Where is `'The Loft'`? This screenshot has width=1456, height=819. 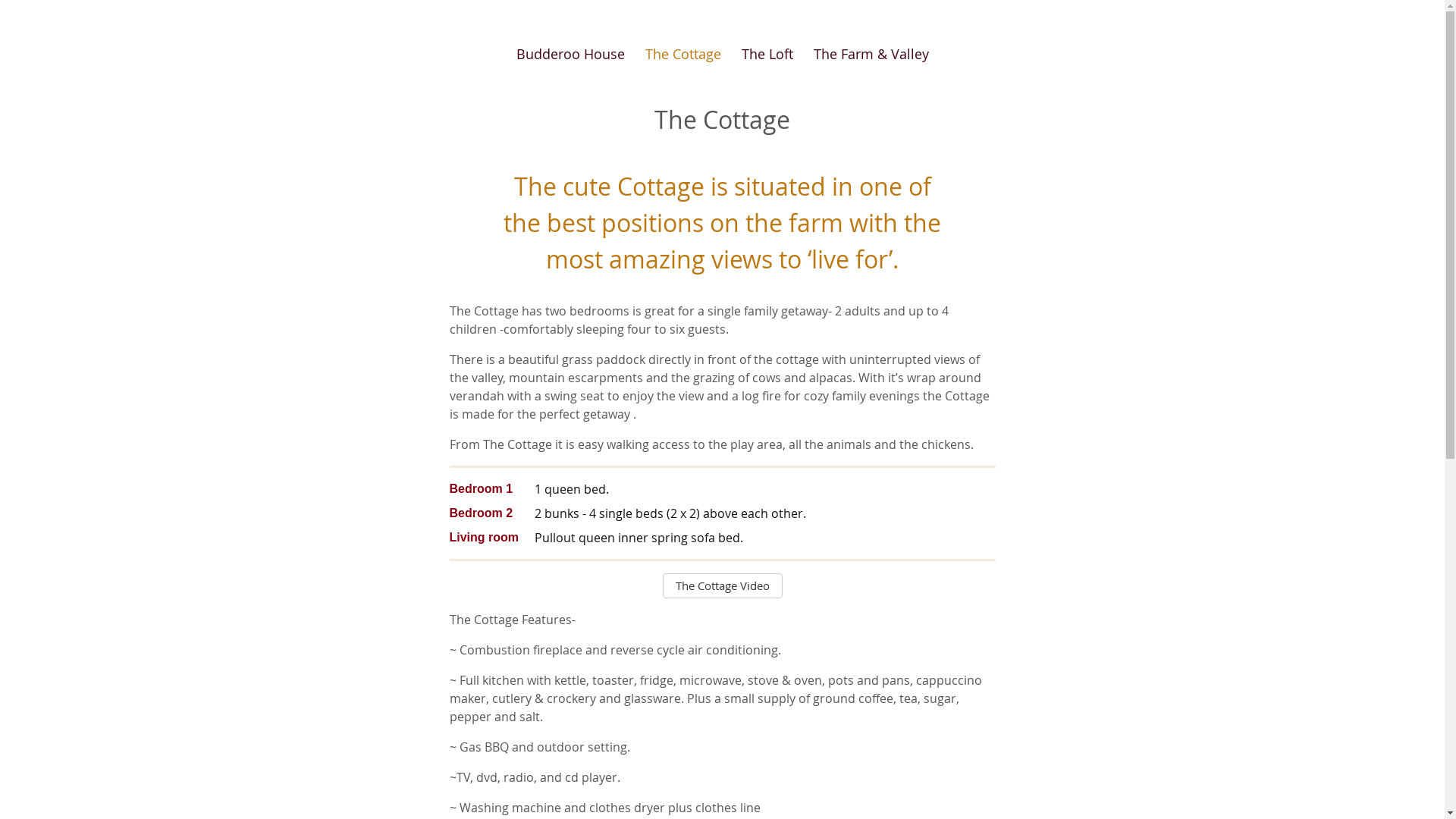 'The Loft' is located at coordinates (767, 54).